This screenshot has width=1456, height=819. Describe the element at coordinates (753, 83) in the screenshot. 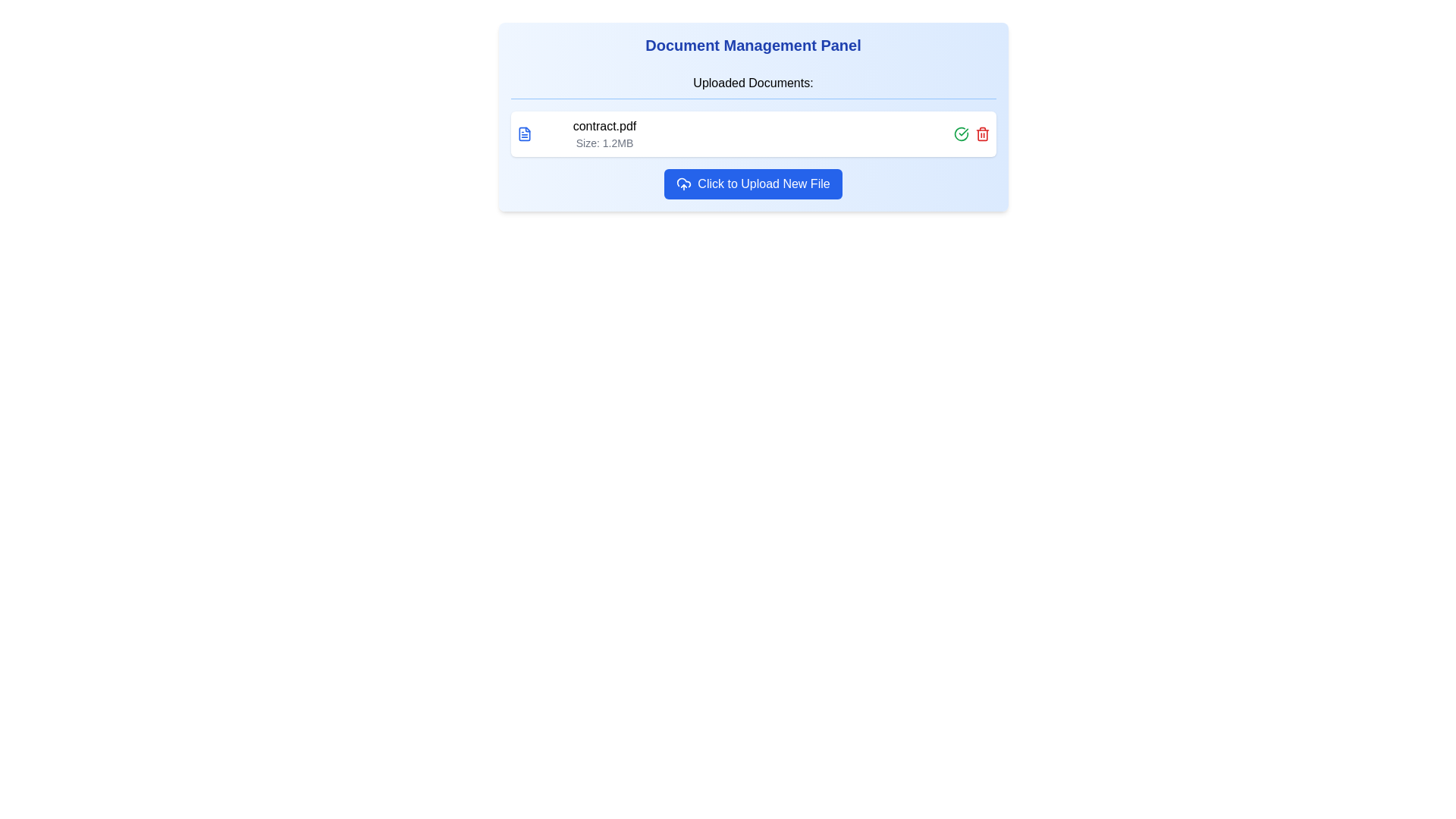

I see `the text label 'Uploaded Documents:' which is styled with a blue bottom border and serves as a section title in the Document Management Panel` at that location.